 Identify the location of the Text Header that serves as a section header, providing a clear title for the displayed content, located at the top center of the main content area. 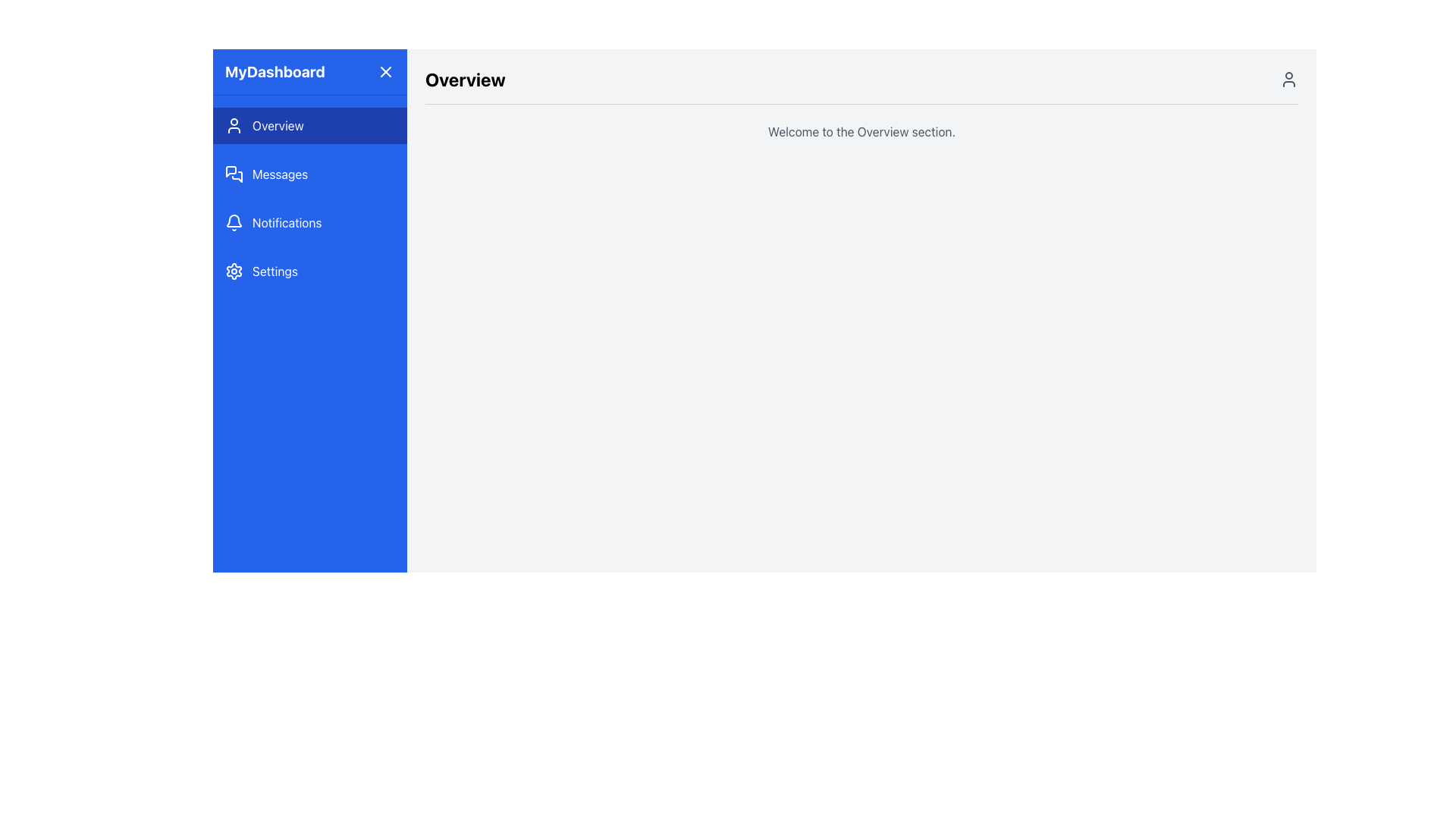
(464, 79).